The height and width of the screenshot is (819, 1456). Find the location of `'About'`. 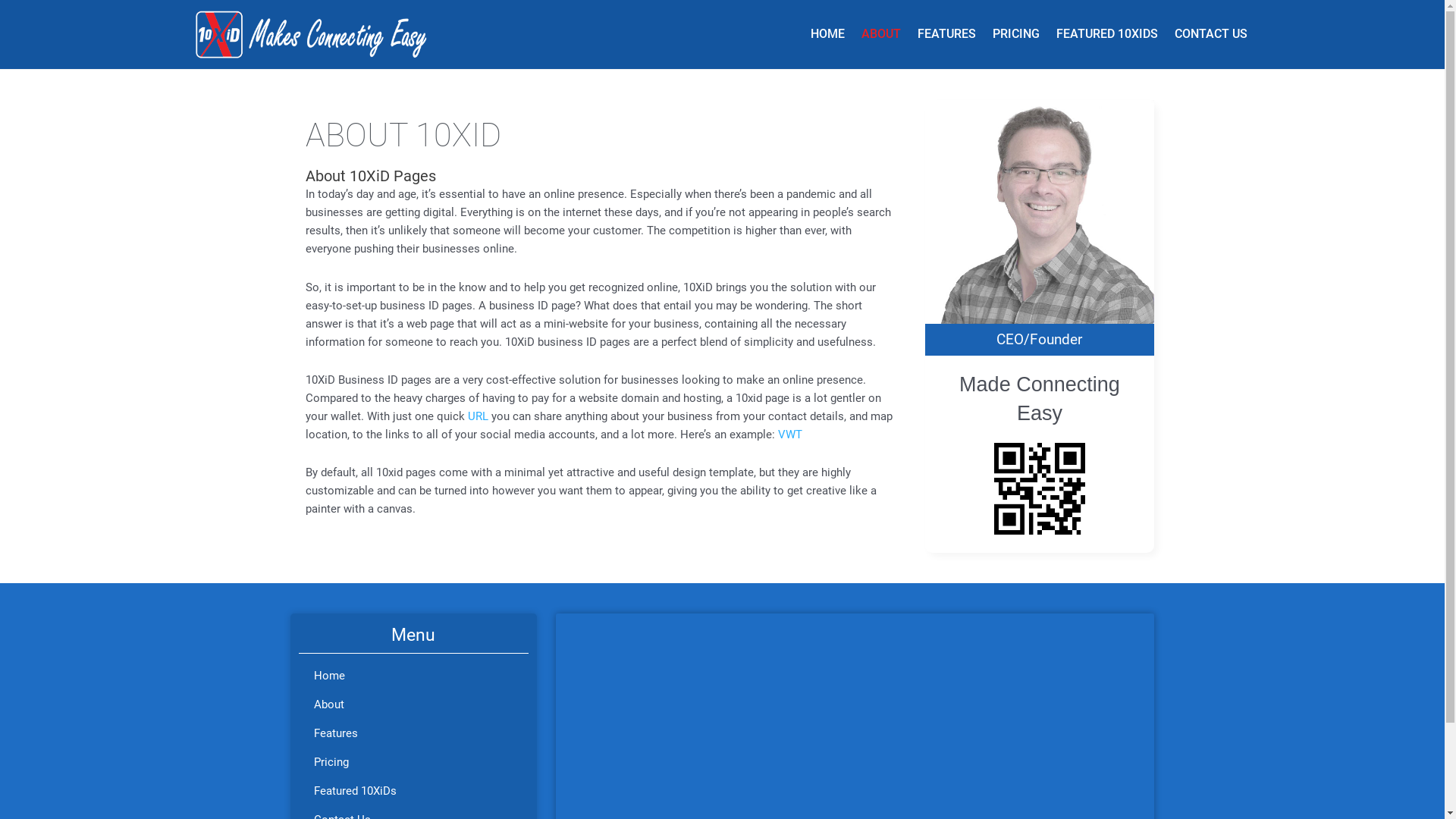

'About' is located at coordinates (414, 704).